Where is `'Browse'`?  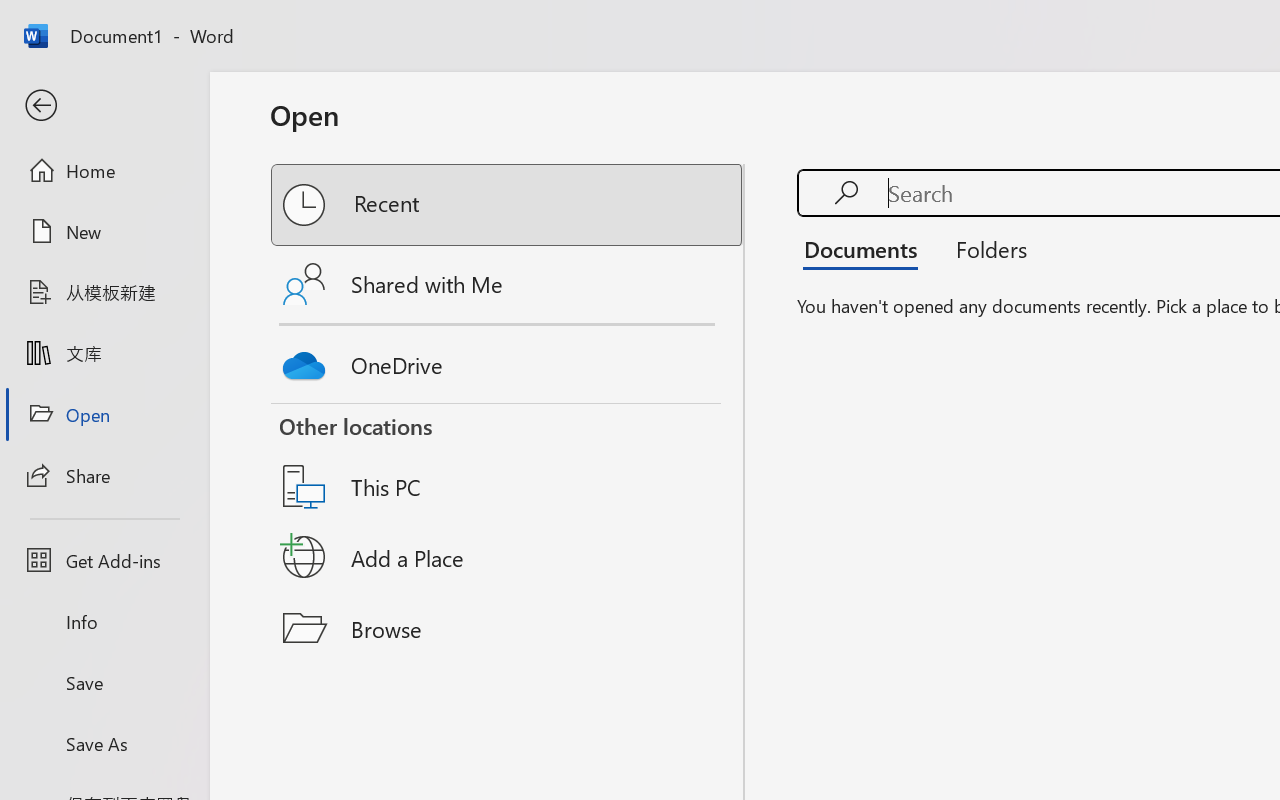 'Browse' is located at coordinates (508, 628).